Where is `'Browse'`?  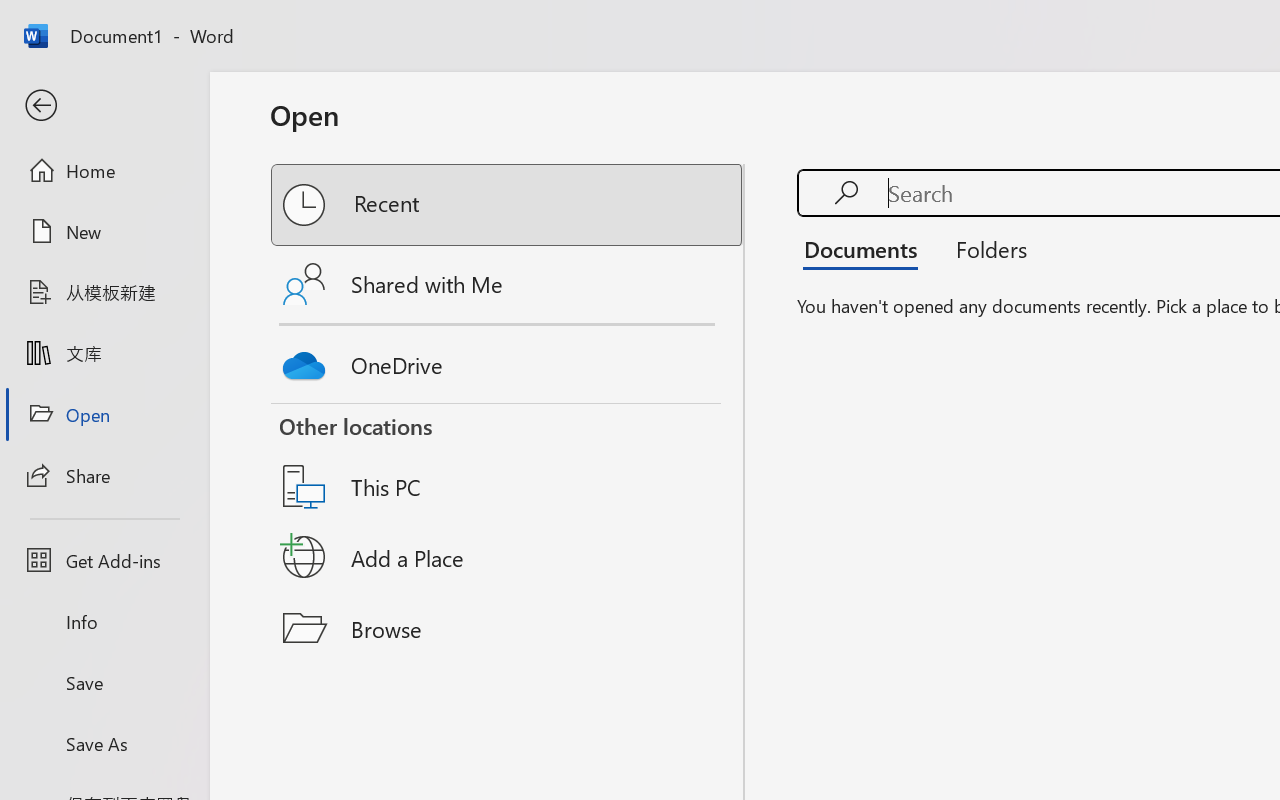 'Browse' is located at coordinates (508, 628).